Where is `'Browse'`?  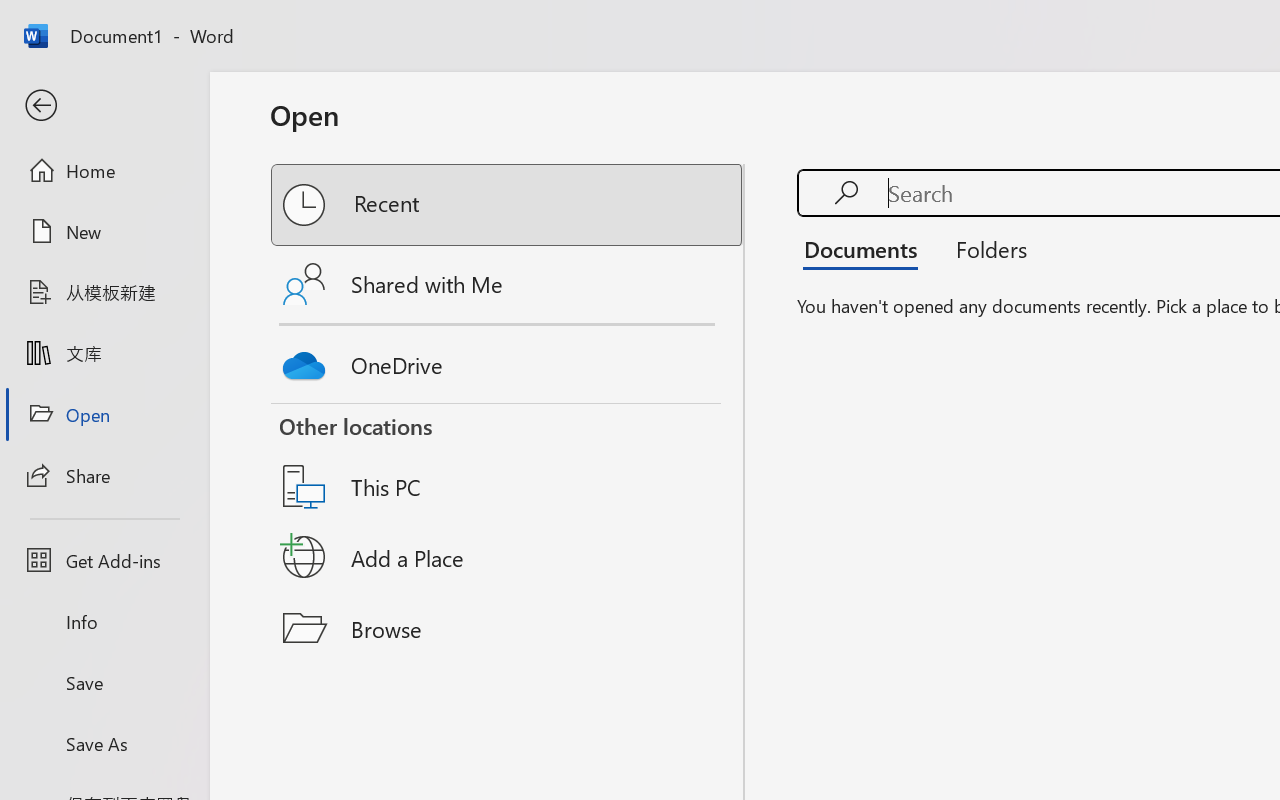 'Browse' is located at coordinates (508, 628).